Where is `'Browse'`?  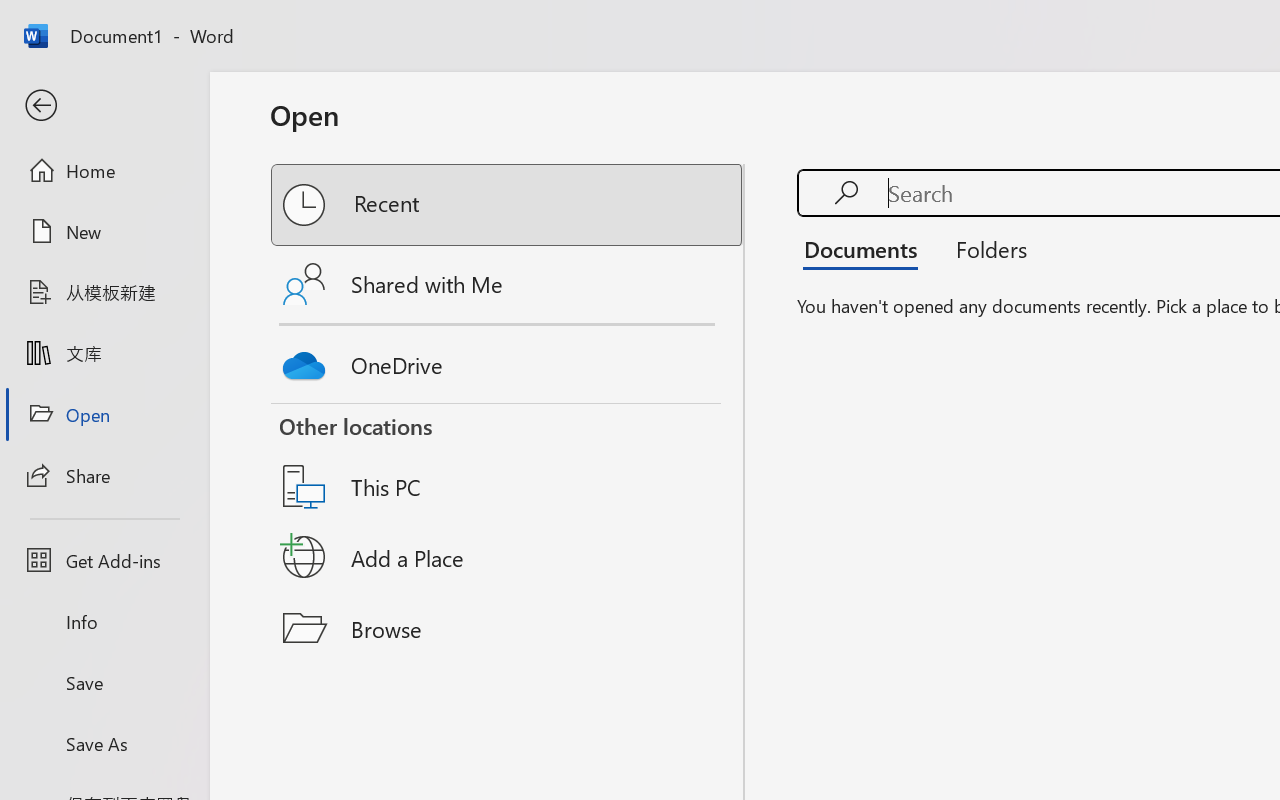 'Browse' is located at coordinates (508, 628).